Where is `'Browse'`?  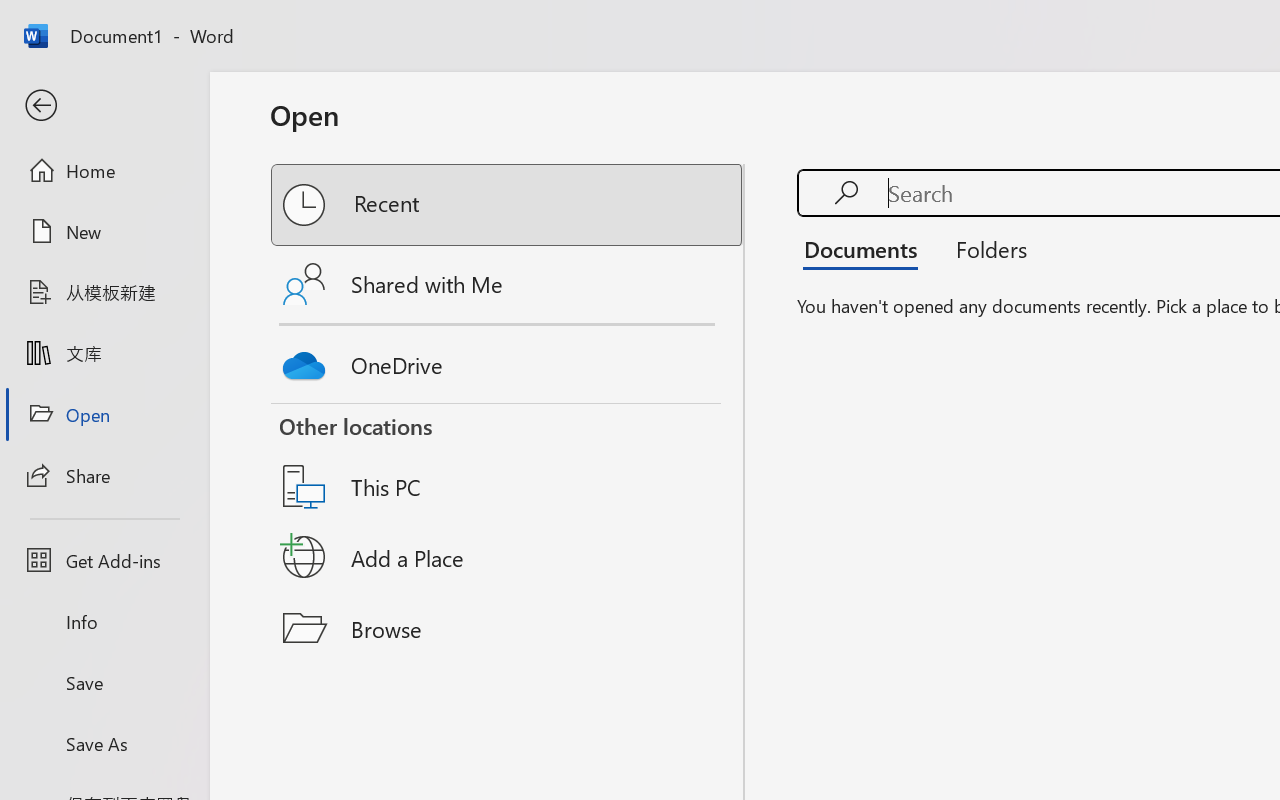 'Browse' is located at coordinates (508, 628).